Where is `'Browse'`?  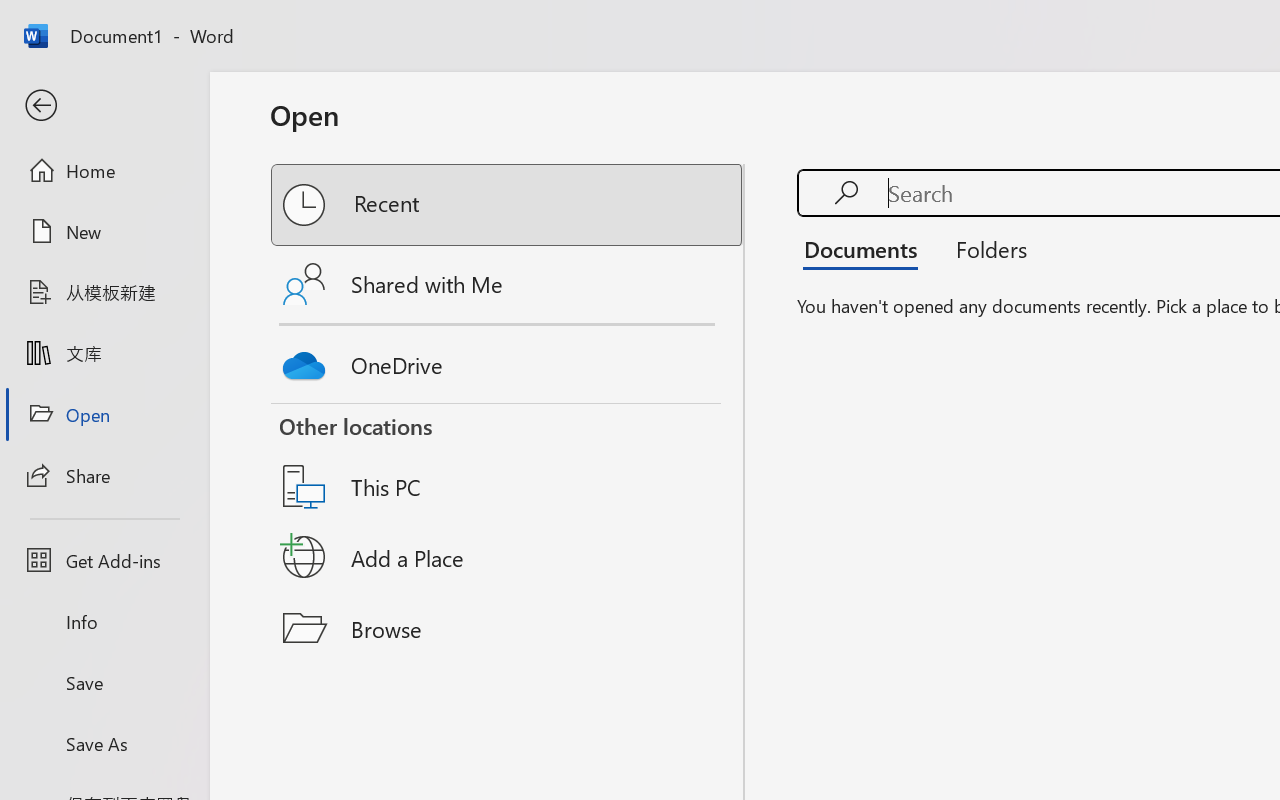 'Browse' is located at coordinates (508, 628).